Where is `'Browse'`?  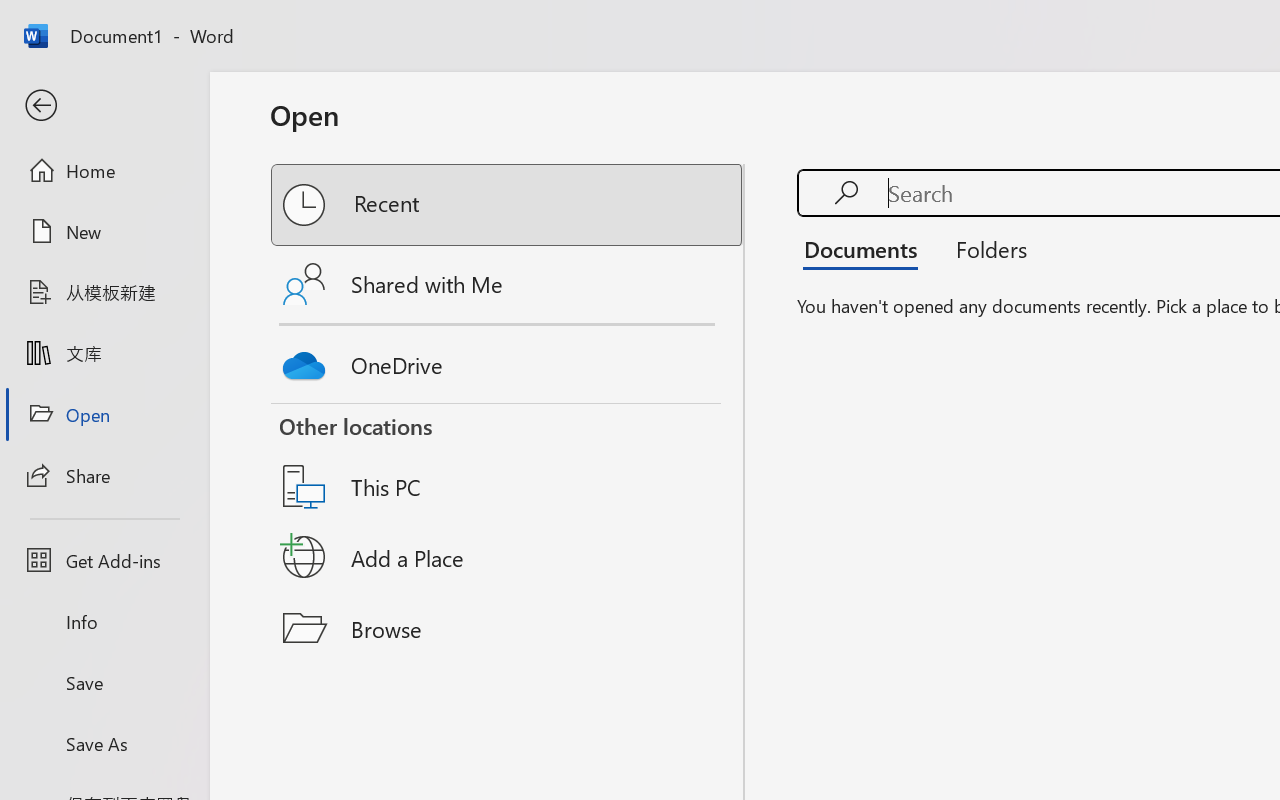 'Browse' is located at coordinates (508, 628).